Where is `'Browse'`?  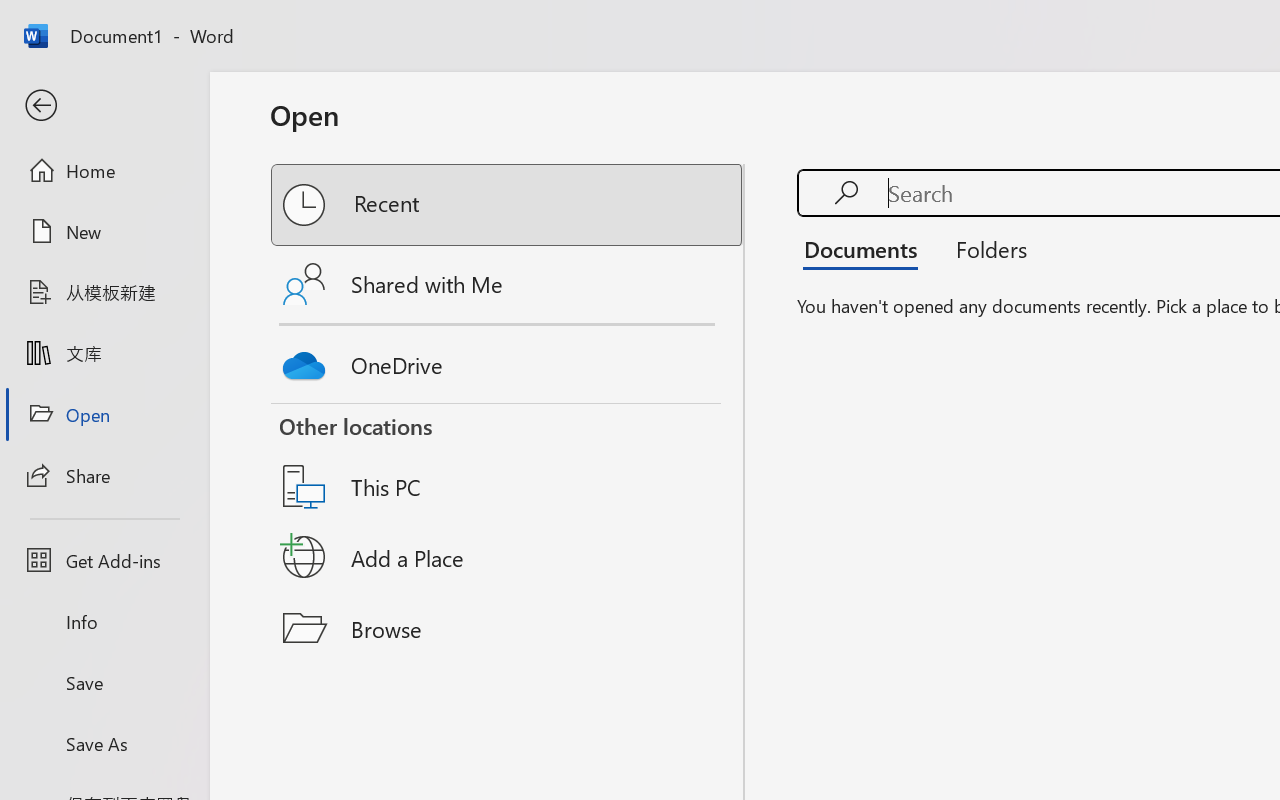 'Browse' is located at coordinates (508, 628).